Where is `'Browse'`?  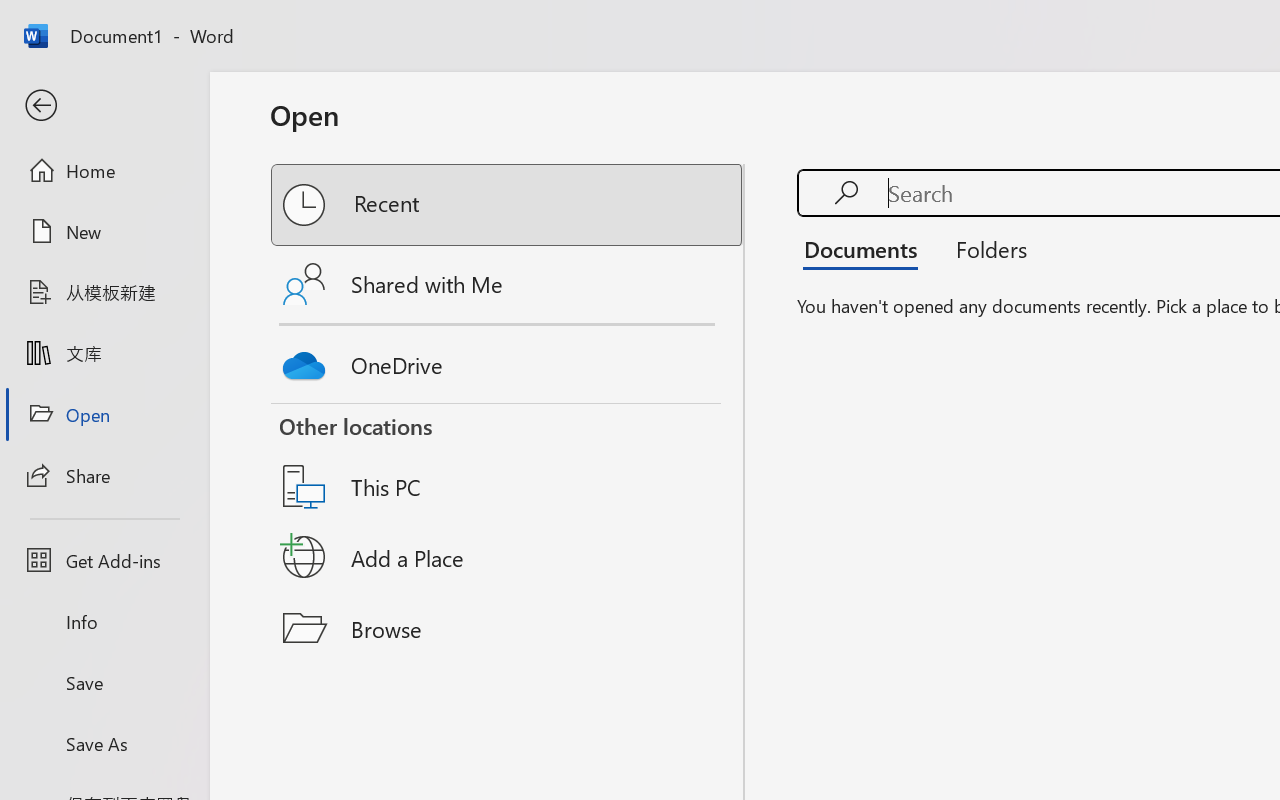 'Browse' is located at coordinates (508, 628).